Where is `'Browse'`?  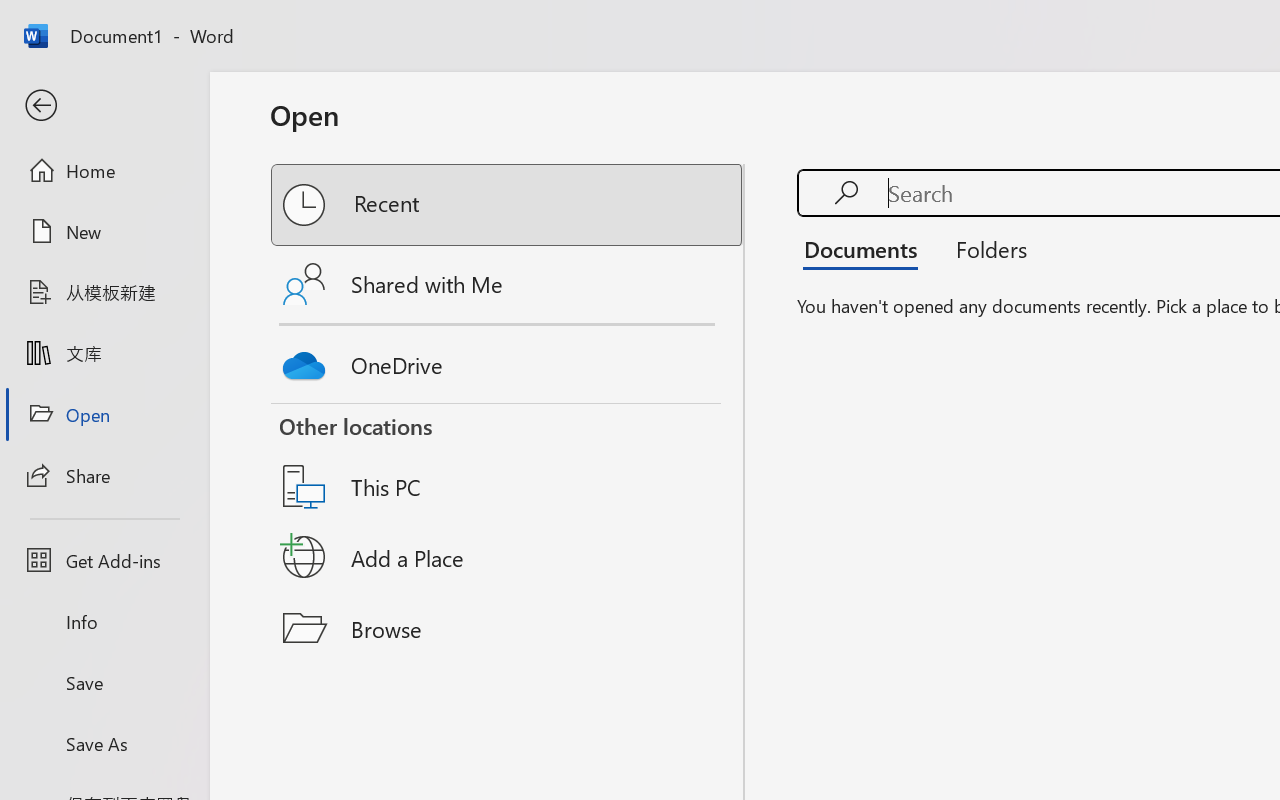 'Browse' is located at coordinates (508, 628).